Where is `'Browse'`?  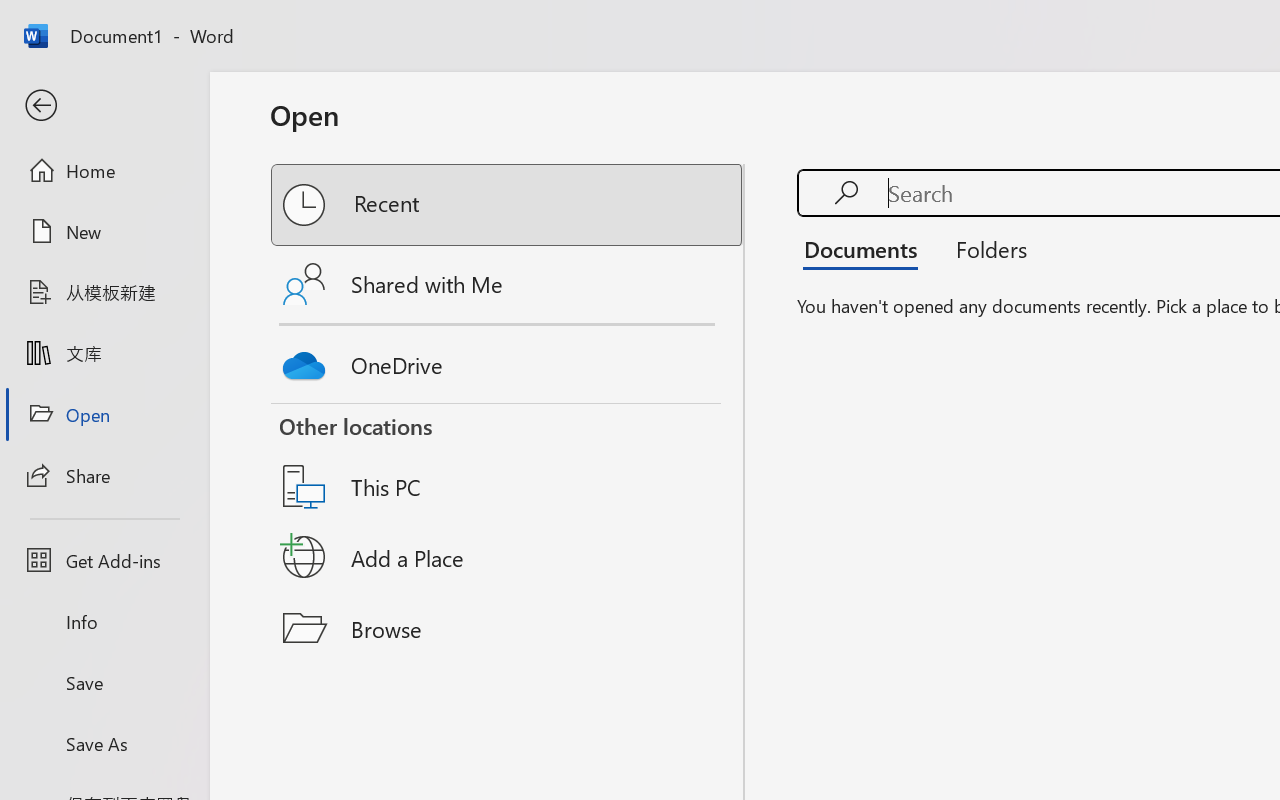 'Browse' is located at coordinates (508, 628).